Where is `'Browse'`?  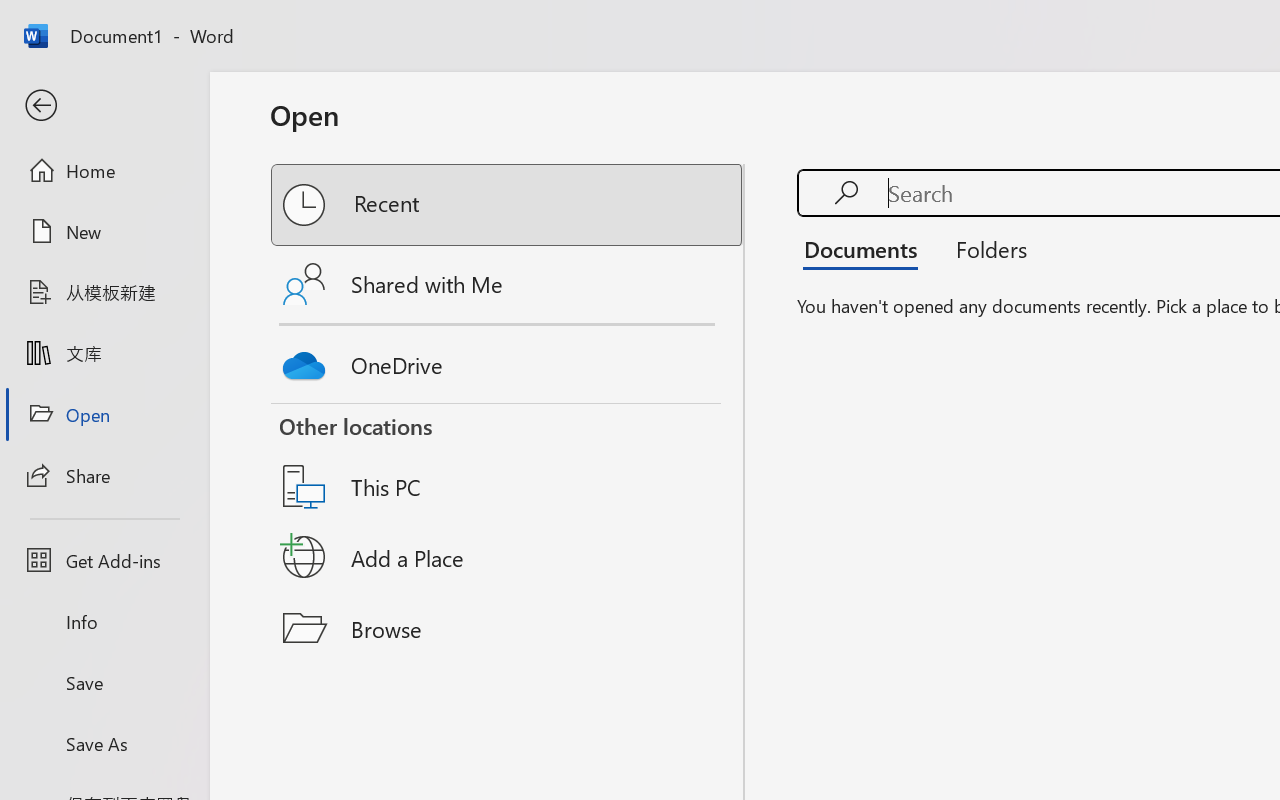 'Browse' is located at coordinates (508, 628).